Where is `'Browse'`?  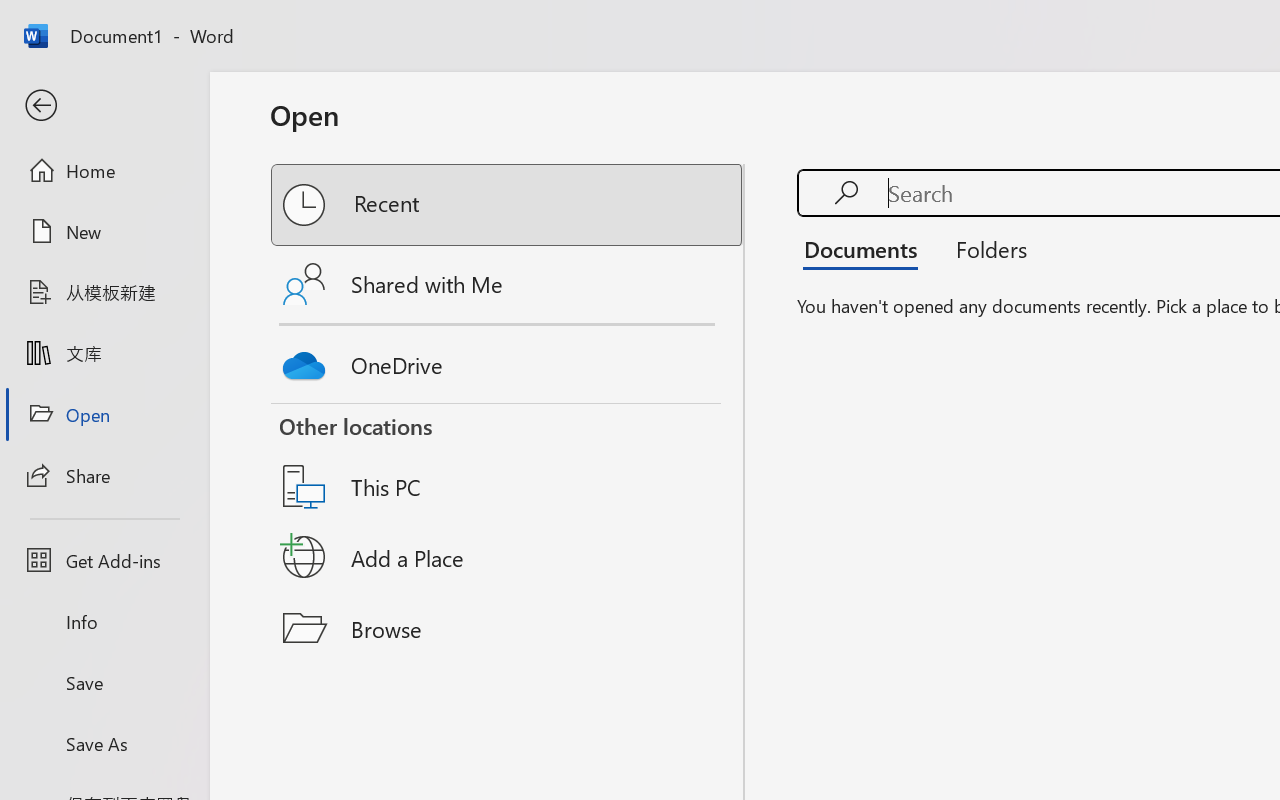 'Browse' is located at coordinates (508, 628).